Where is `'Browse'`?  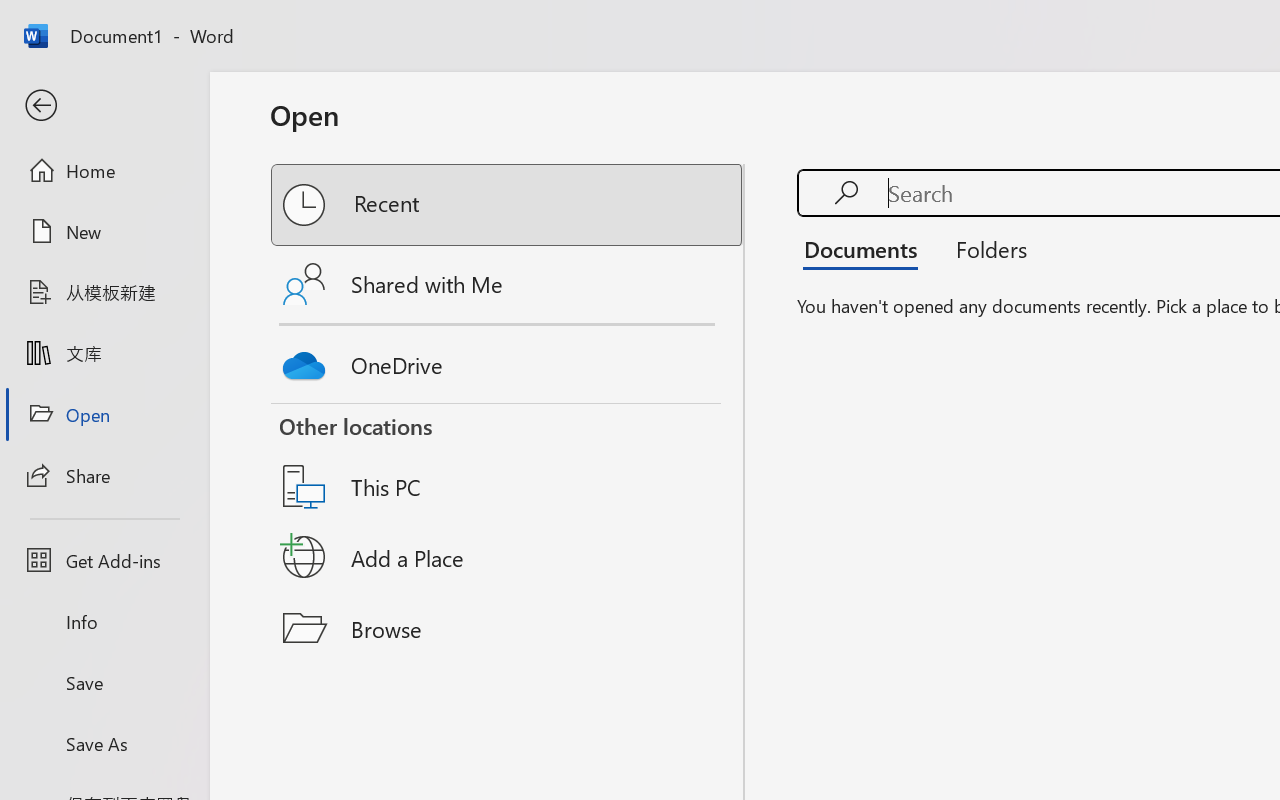 'Browse' is located at coordinates (508, 628).